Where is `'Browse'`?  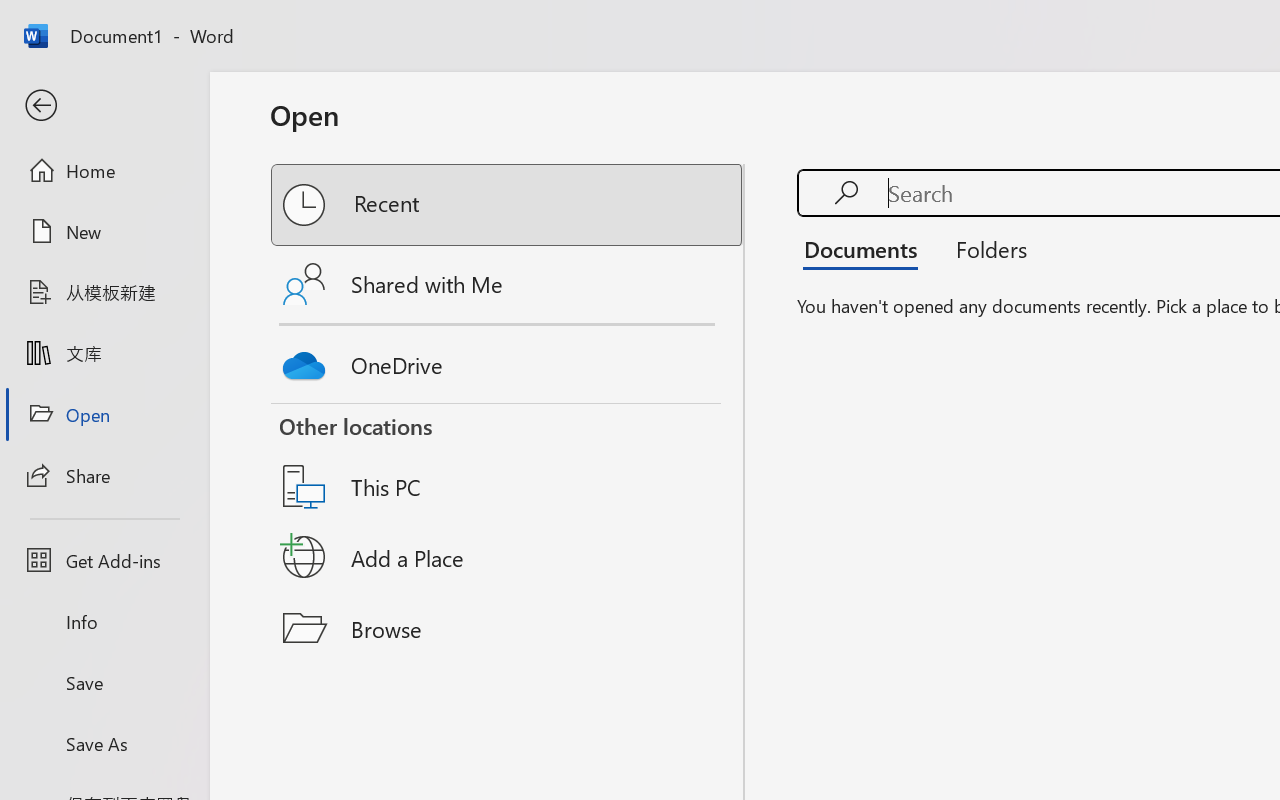 'Browse' is located at coordinates (508, 628).